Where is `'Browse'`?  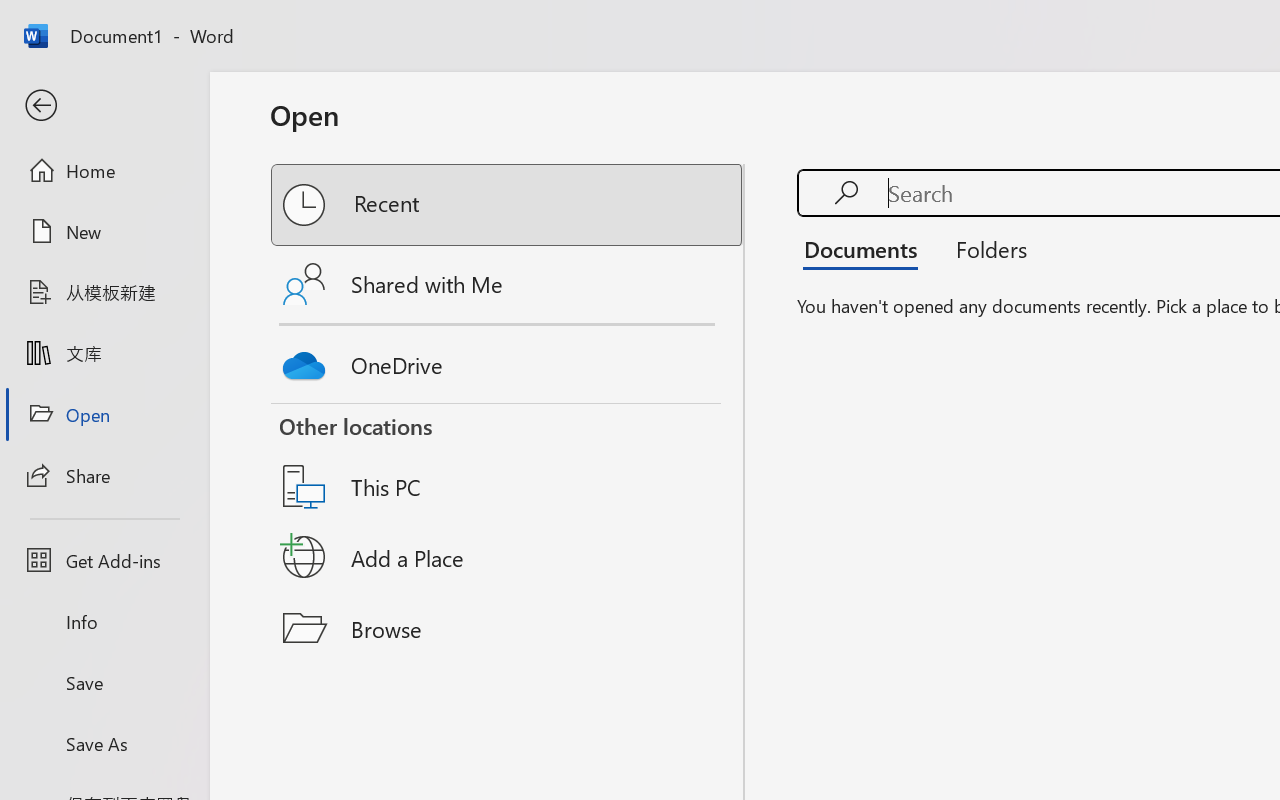 'Browse' is located at coordinates (508, 628).